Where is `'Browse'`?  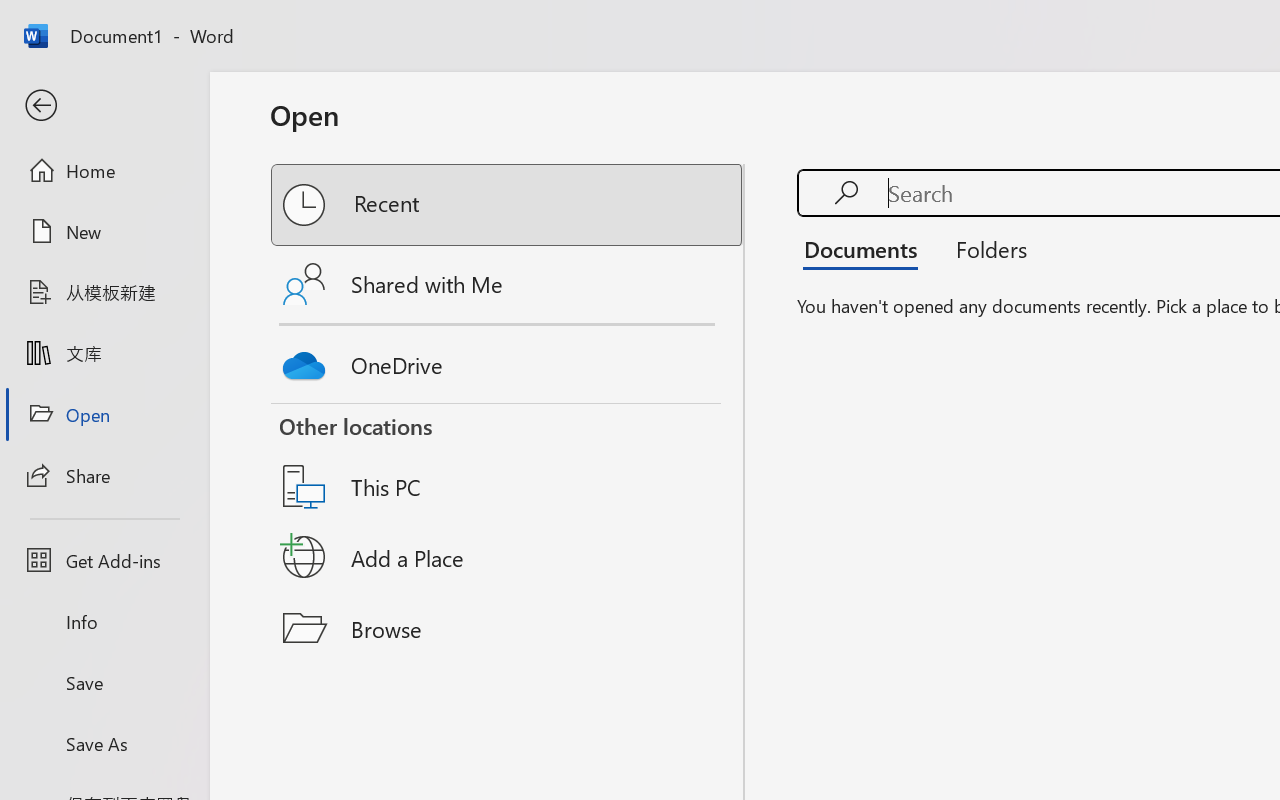 'Browse' is located at coordinates (508, 628).